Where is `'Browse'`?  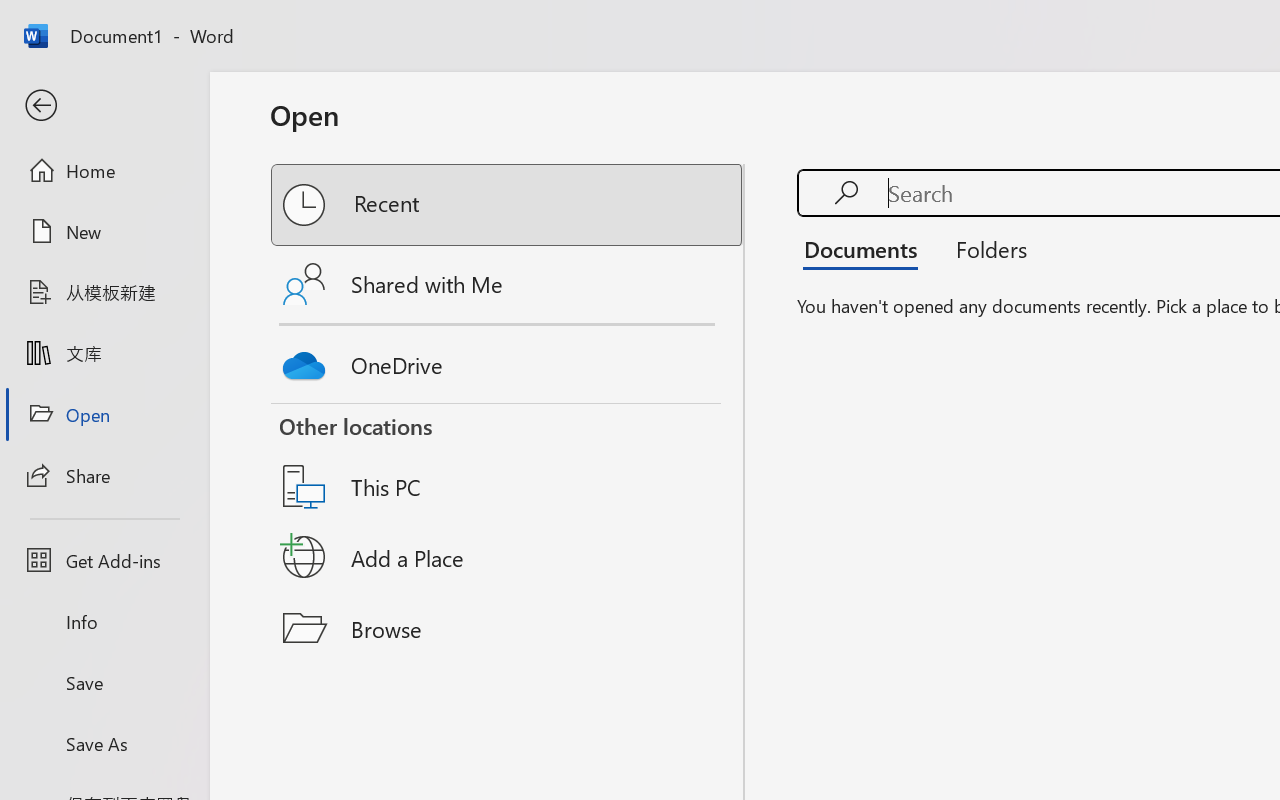 'Browse' is located at coordinates (508, 628).